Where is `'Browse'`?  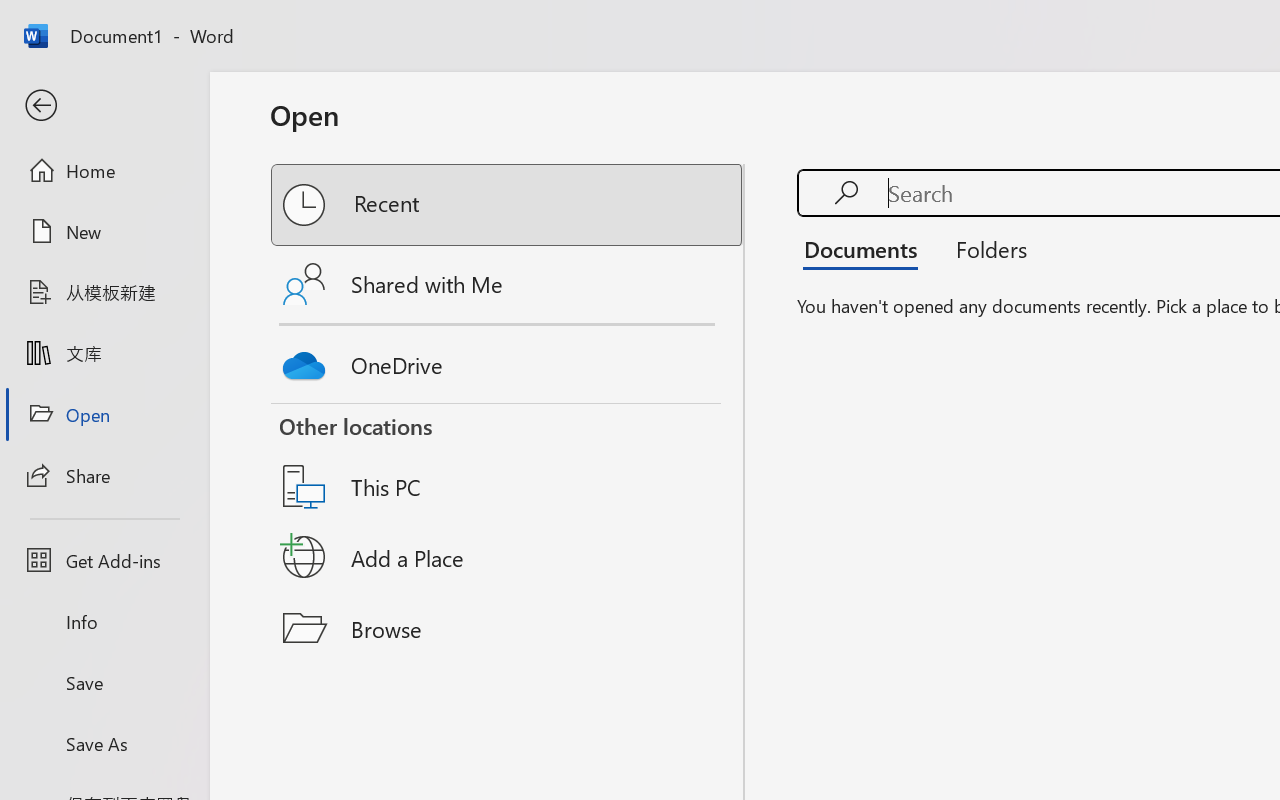 'Browse' is located at coordinates (508, 628).